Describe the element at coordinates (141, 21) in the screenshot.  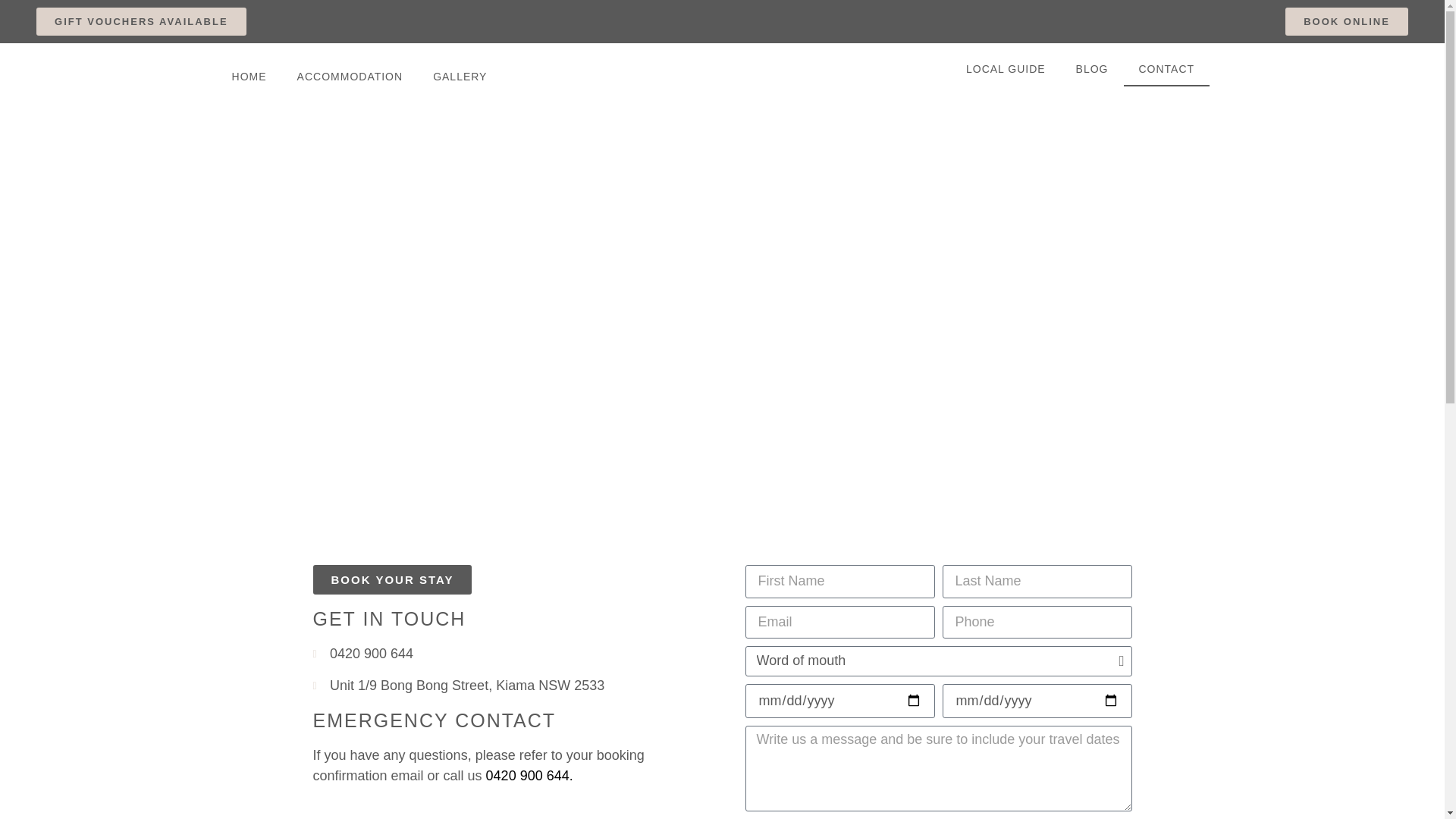
I see `'GIFT VOUCHERS AVAILABLE'` at that location.